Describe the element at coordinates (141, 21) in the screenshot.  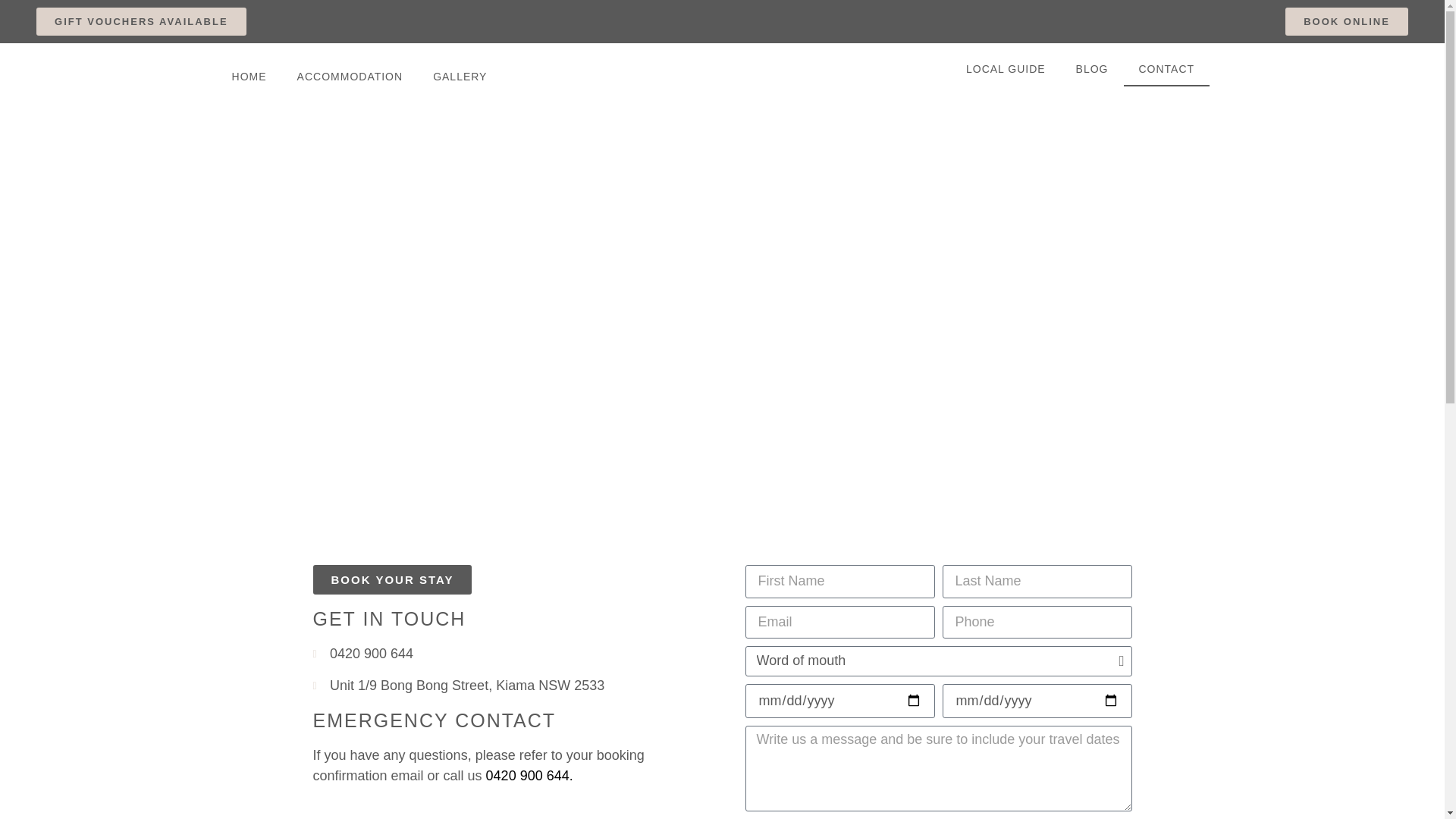
I see `'GIFT VOUCHERS AVAILABLE'` at that location.